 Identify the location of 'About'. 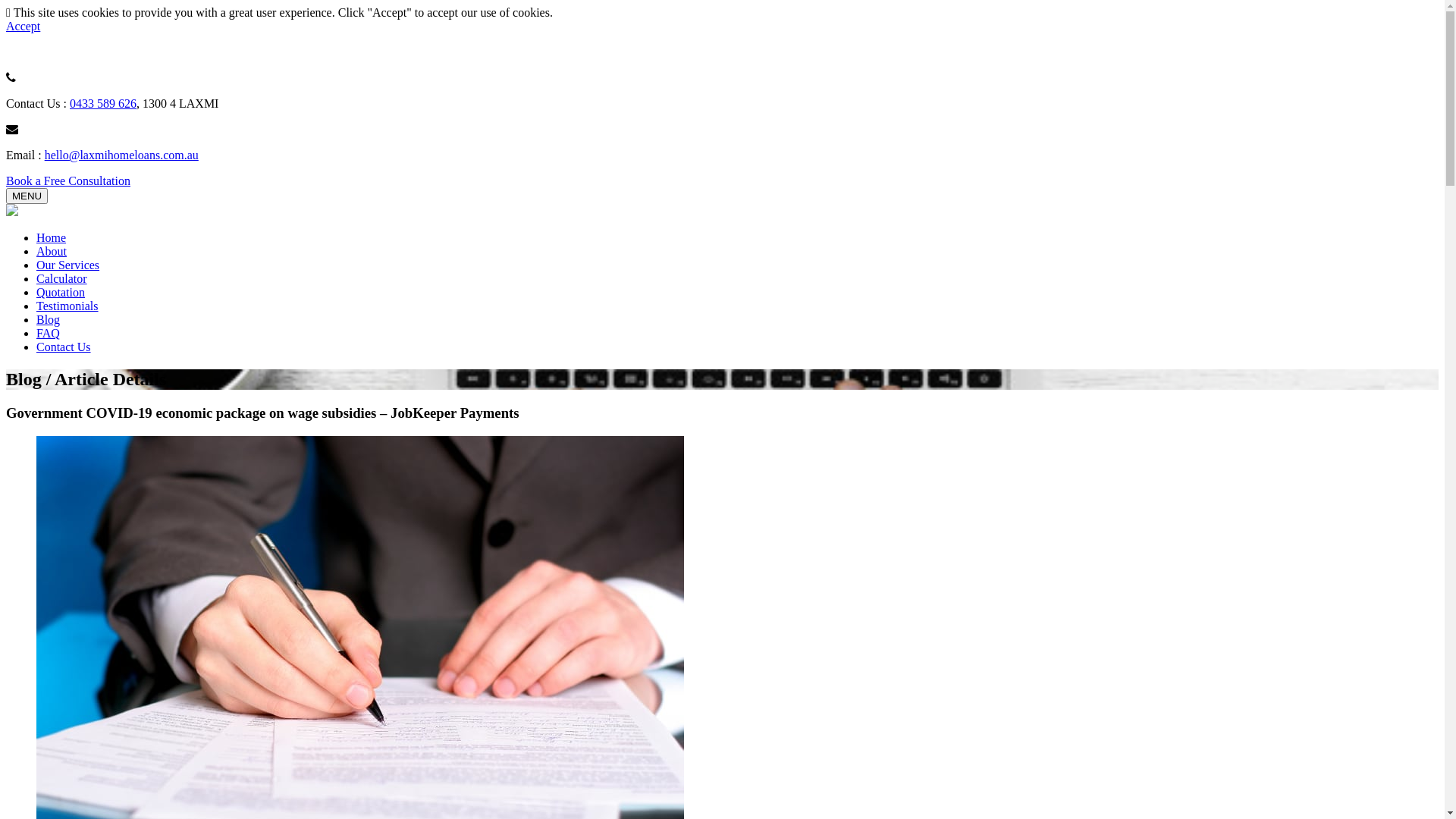
(51, 250).